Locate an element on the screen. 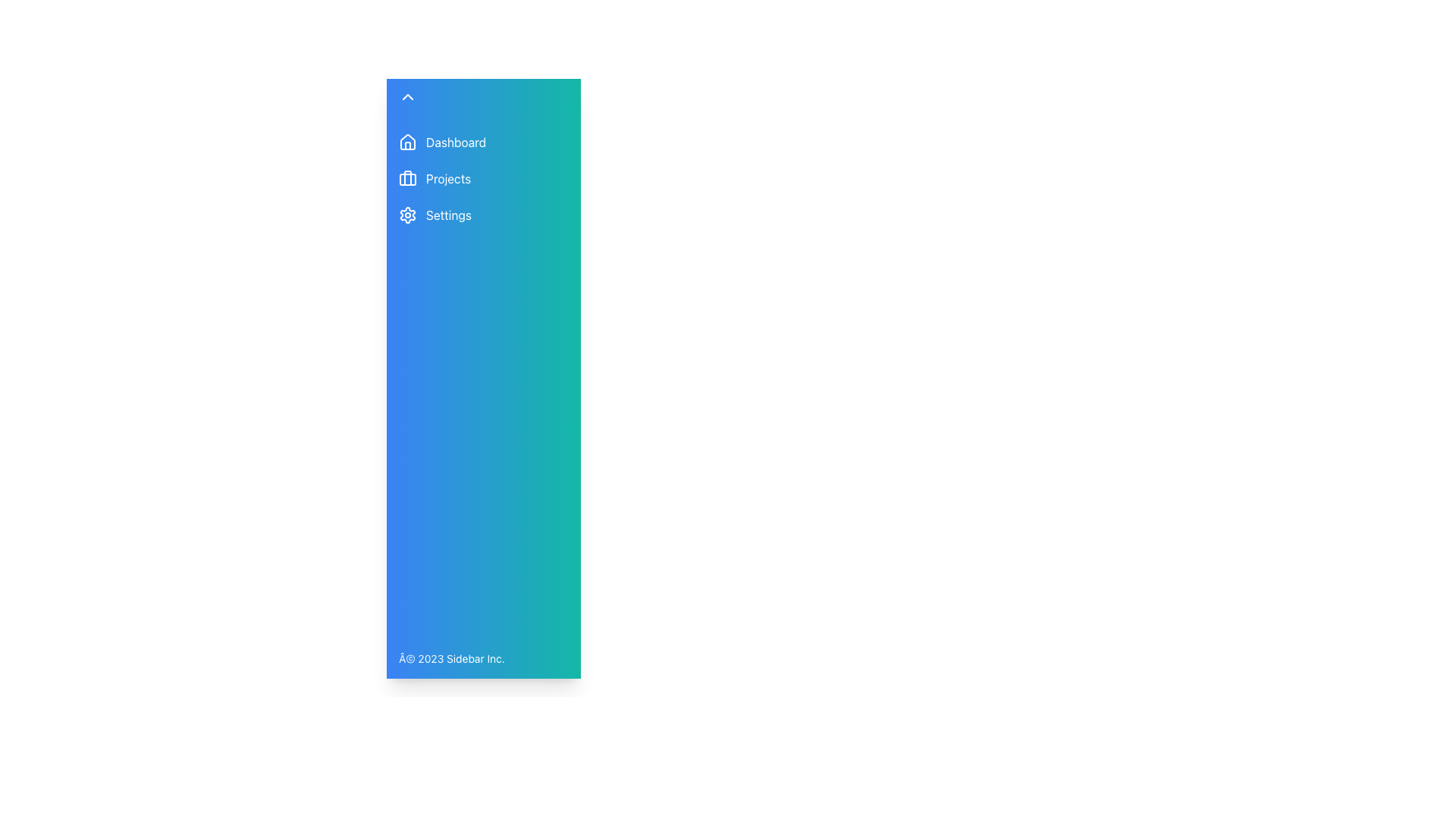  the rectangular shape of the briefcase icon in the sidebar menu, located near the 'Projects' label is located at coordinates (407, 178).